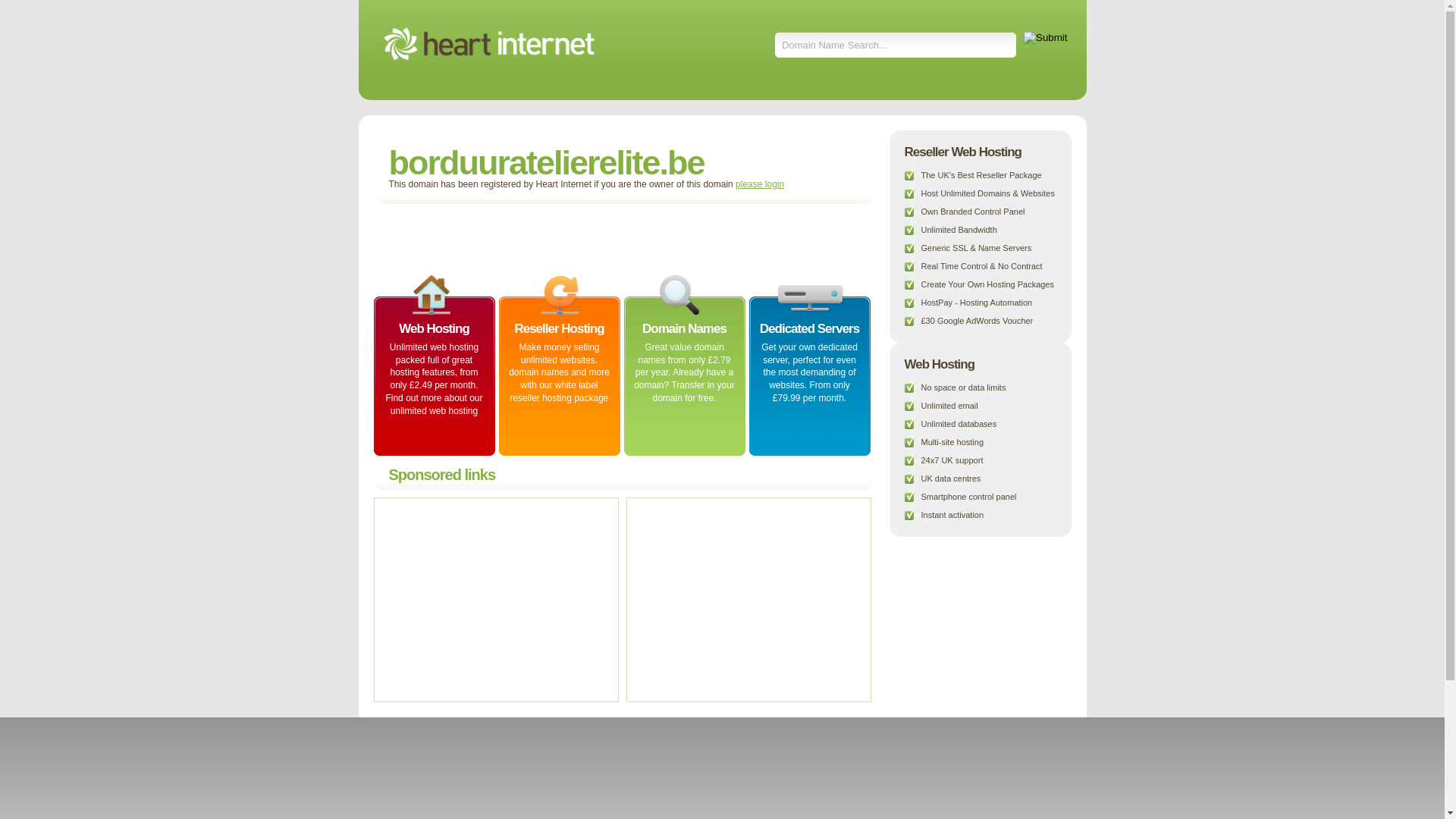  Describe the element at coordinates (494, 598) in the screenshot. I see `'Advertisement'` at that location.